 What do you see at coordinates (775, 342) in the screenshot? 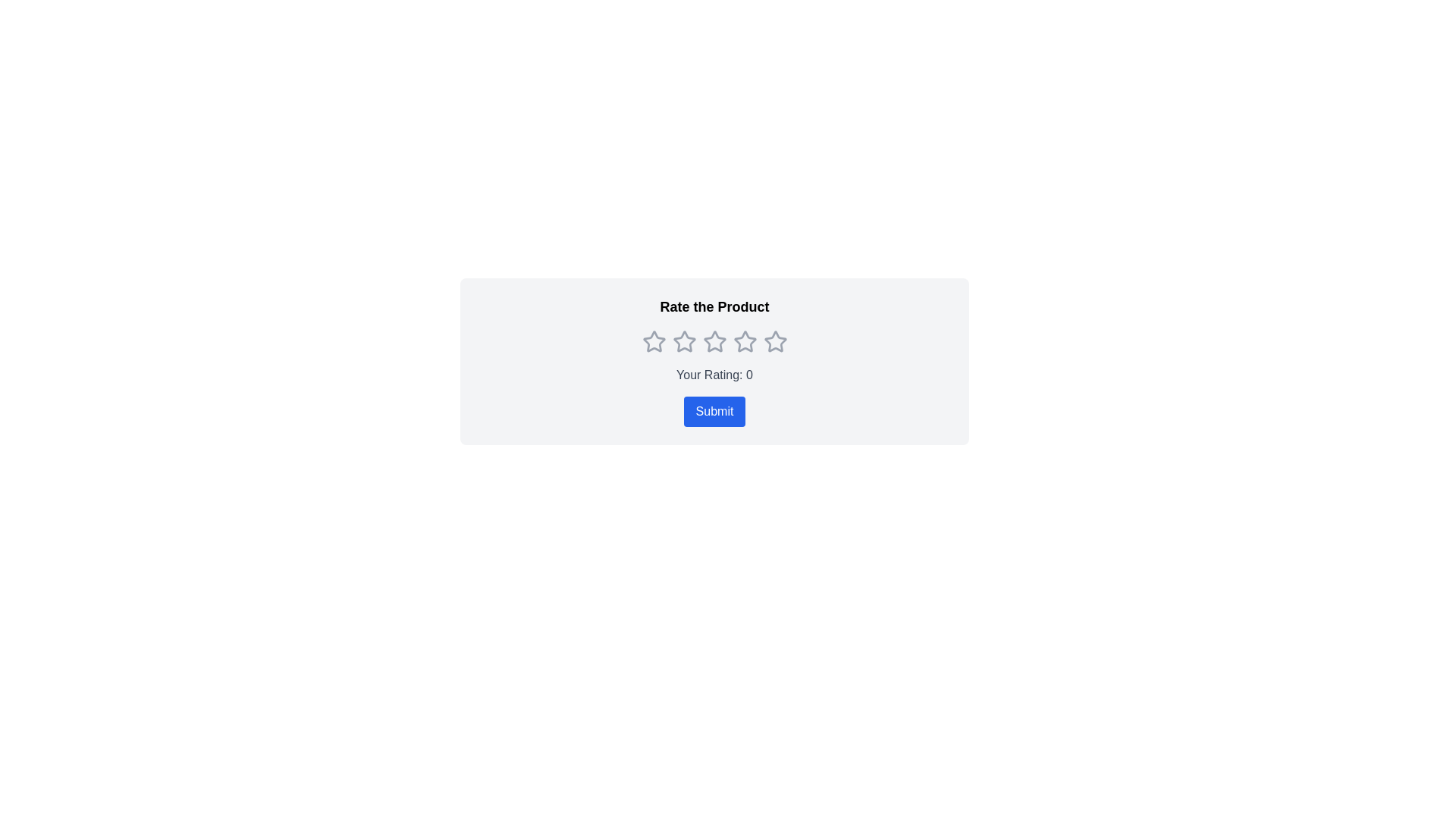
I see `the fifth star icon in the rating component` at bounding box center [775, 342].